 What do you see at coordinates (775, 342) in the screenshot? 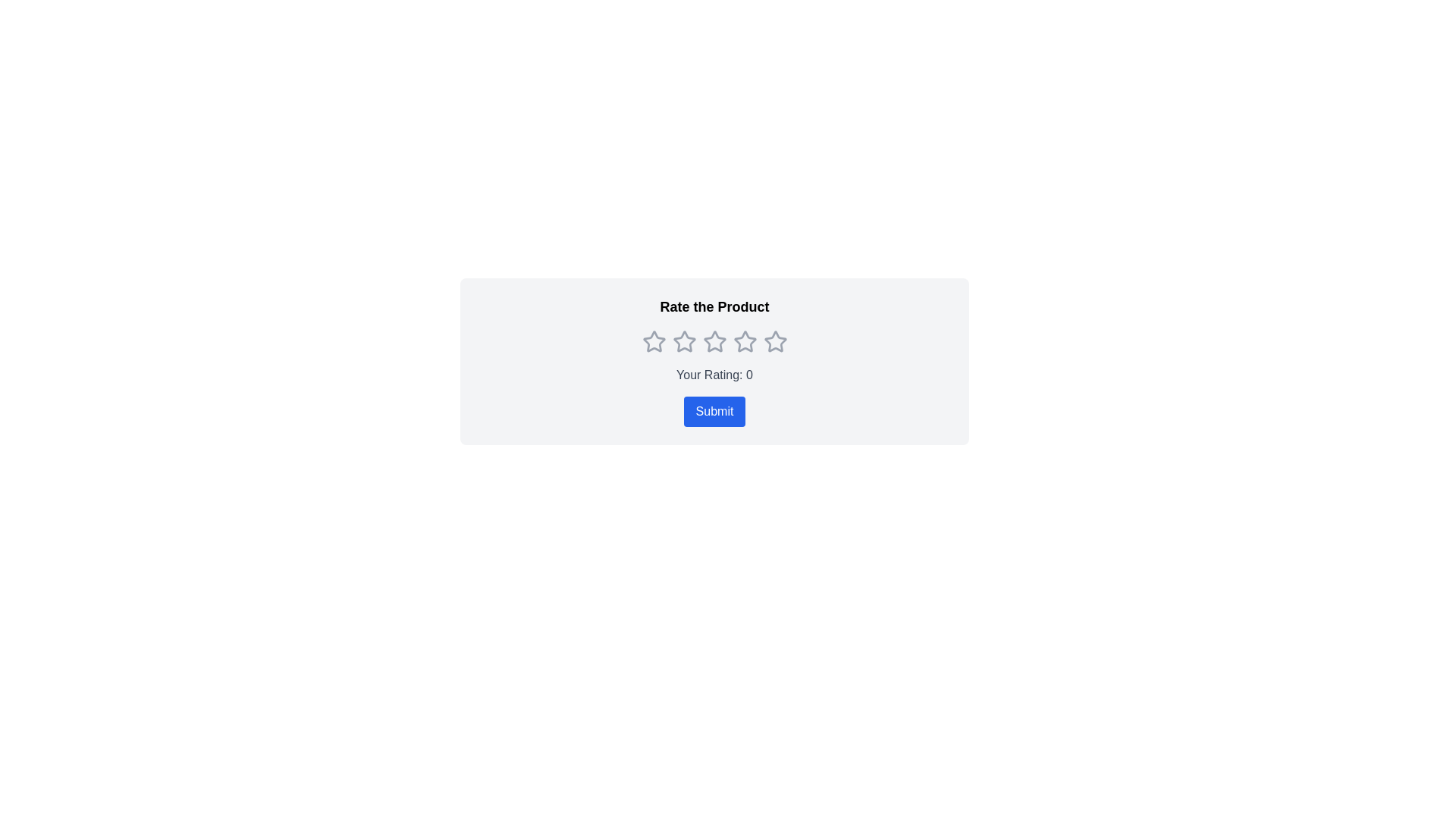
I see `the fifth star icon in the rating component` at bounding box center [775, 342].